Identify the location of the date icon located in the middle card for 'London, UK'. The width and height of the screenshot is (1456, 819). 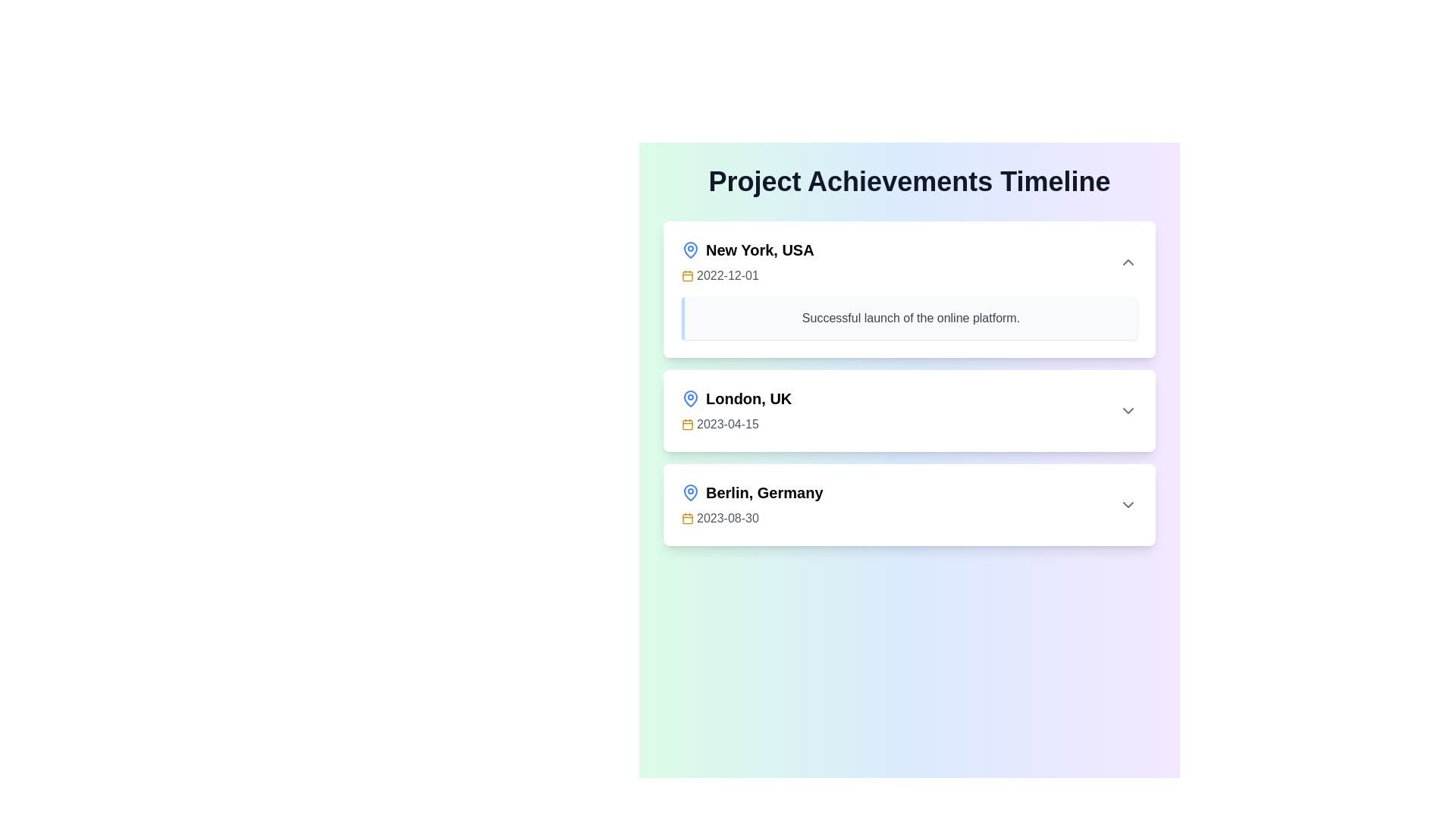
(687, 424).